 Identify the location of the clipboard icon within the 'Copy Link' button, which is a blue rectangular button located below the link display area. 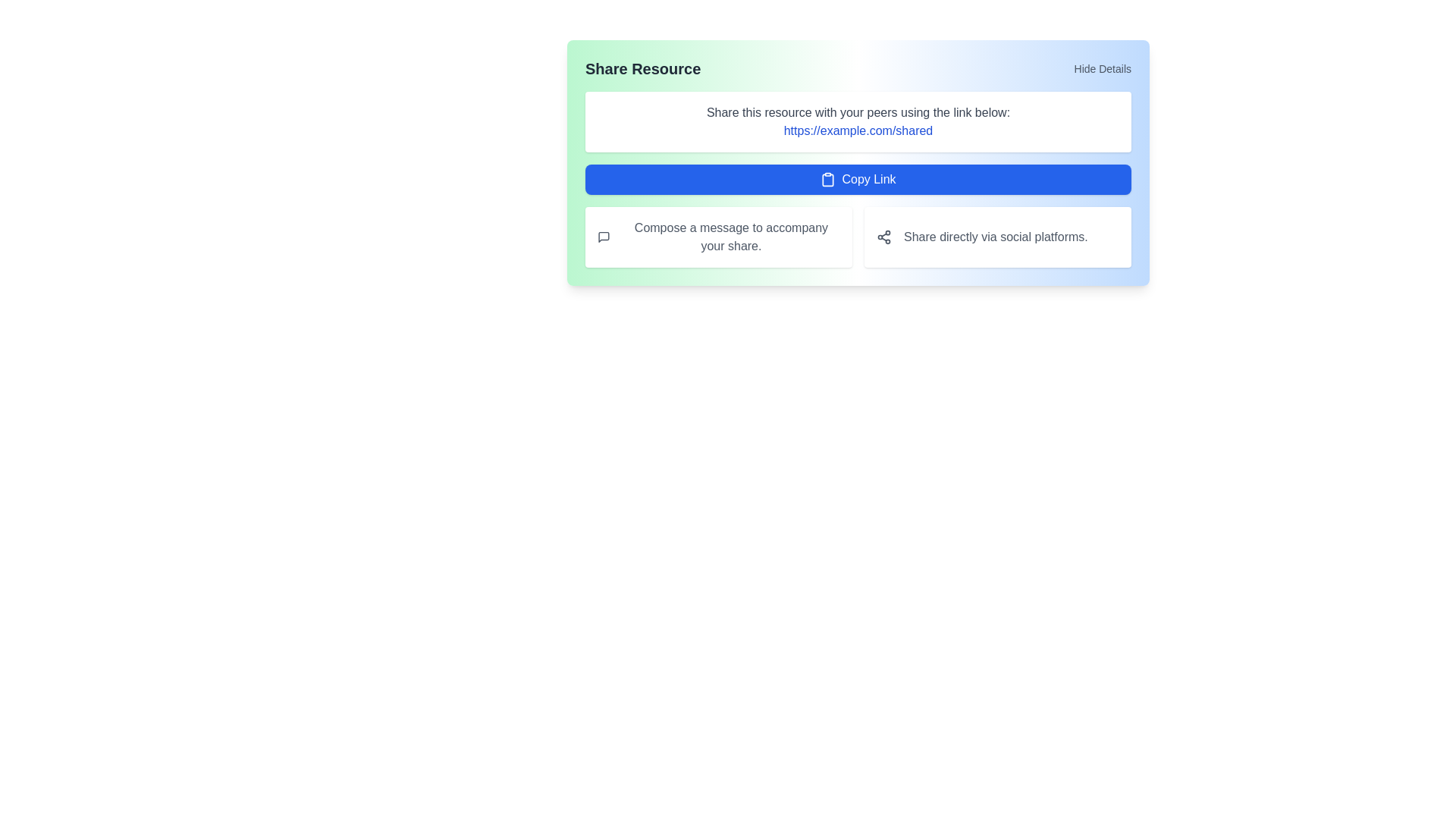
(827, 178).